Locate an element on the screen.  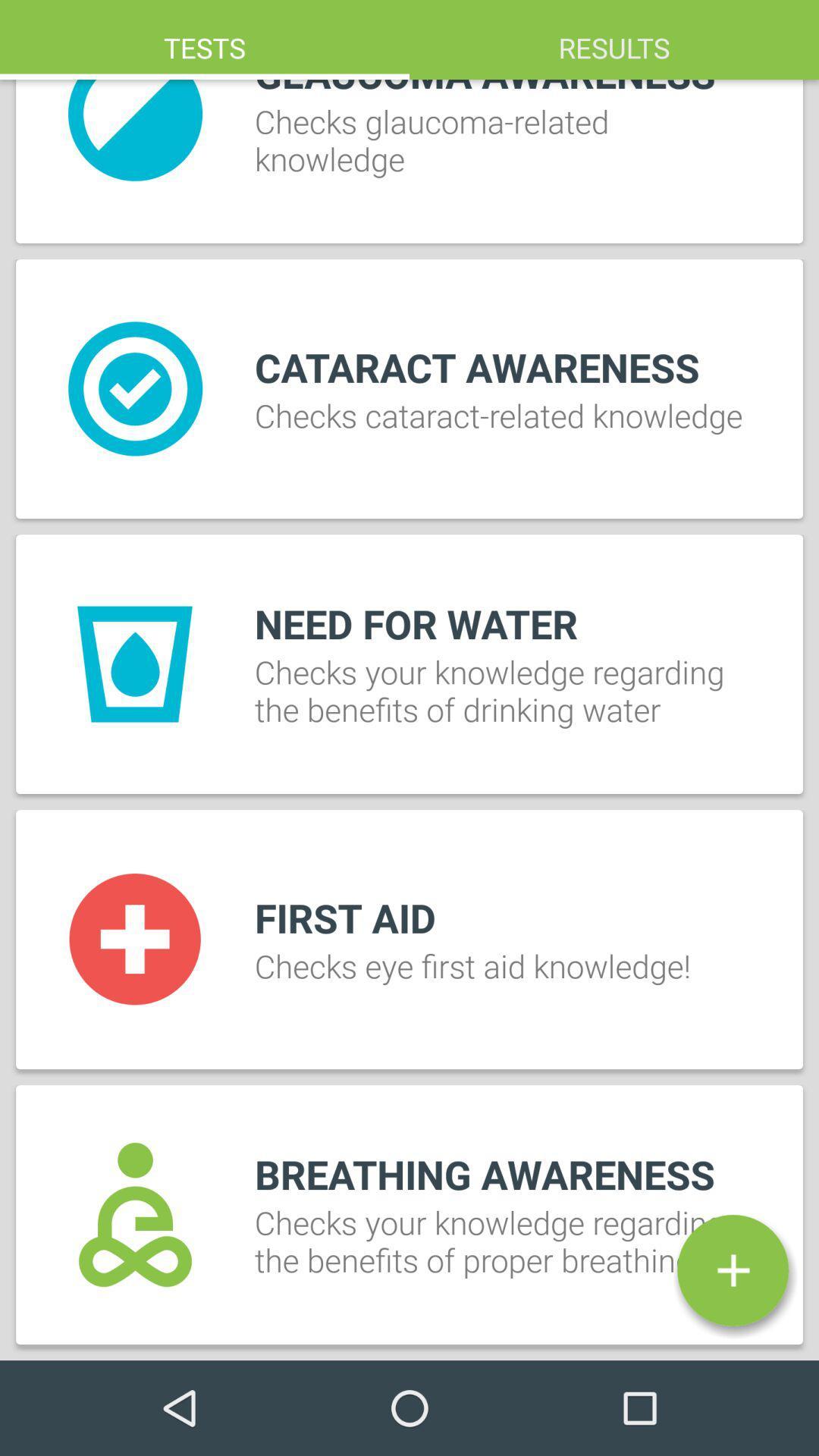
tests item is located at coordinates (205, 39).